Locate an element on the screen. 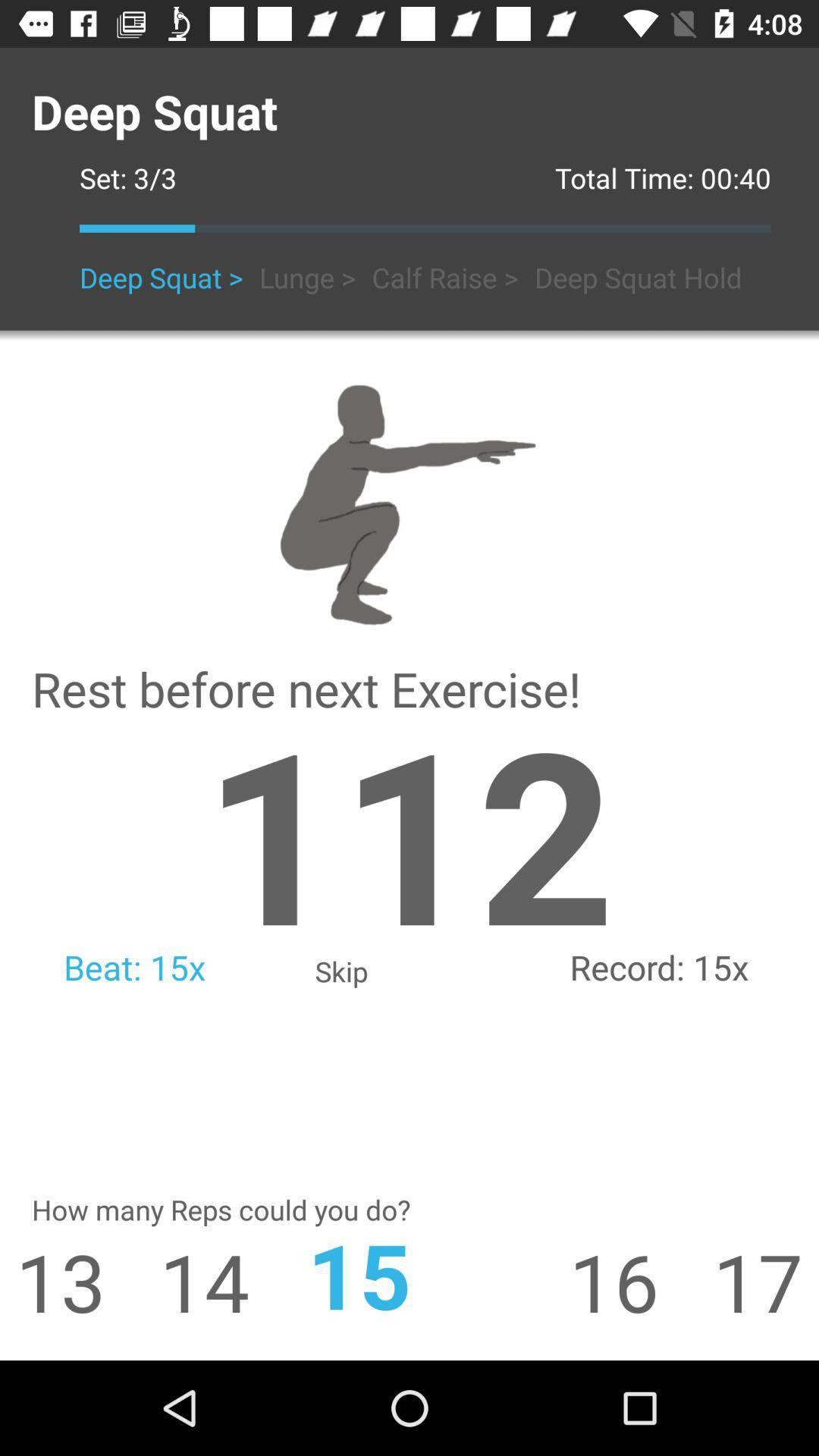 The width and height of the screenshot is (819, 1456). icon to the left of 14 icon is located at coordinates (52, 1280).